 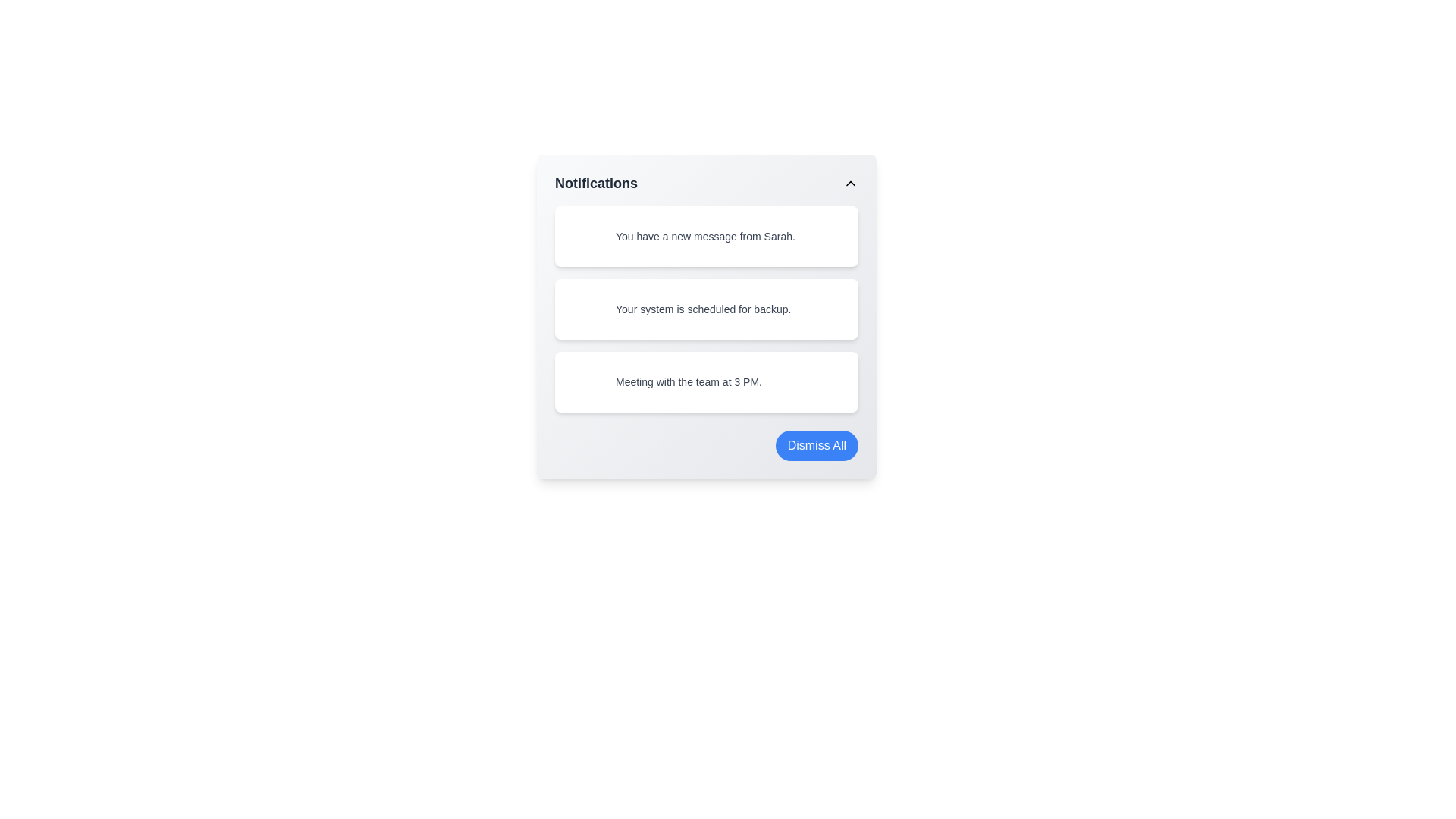 I want to click on the text label displaying 'Your system is scheduled for backup.' which is part of a notification card in the middle of a vertically stacked list of notifications, so click(x=702, y=309).